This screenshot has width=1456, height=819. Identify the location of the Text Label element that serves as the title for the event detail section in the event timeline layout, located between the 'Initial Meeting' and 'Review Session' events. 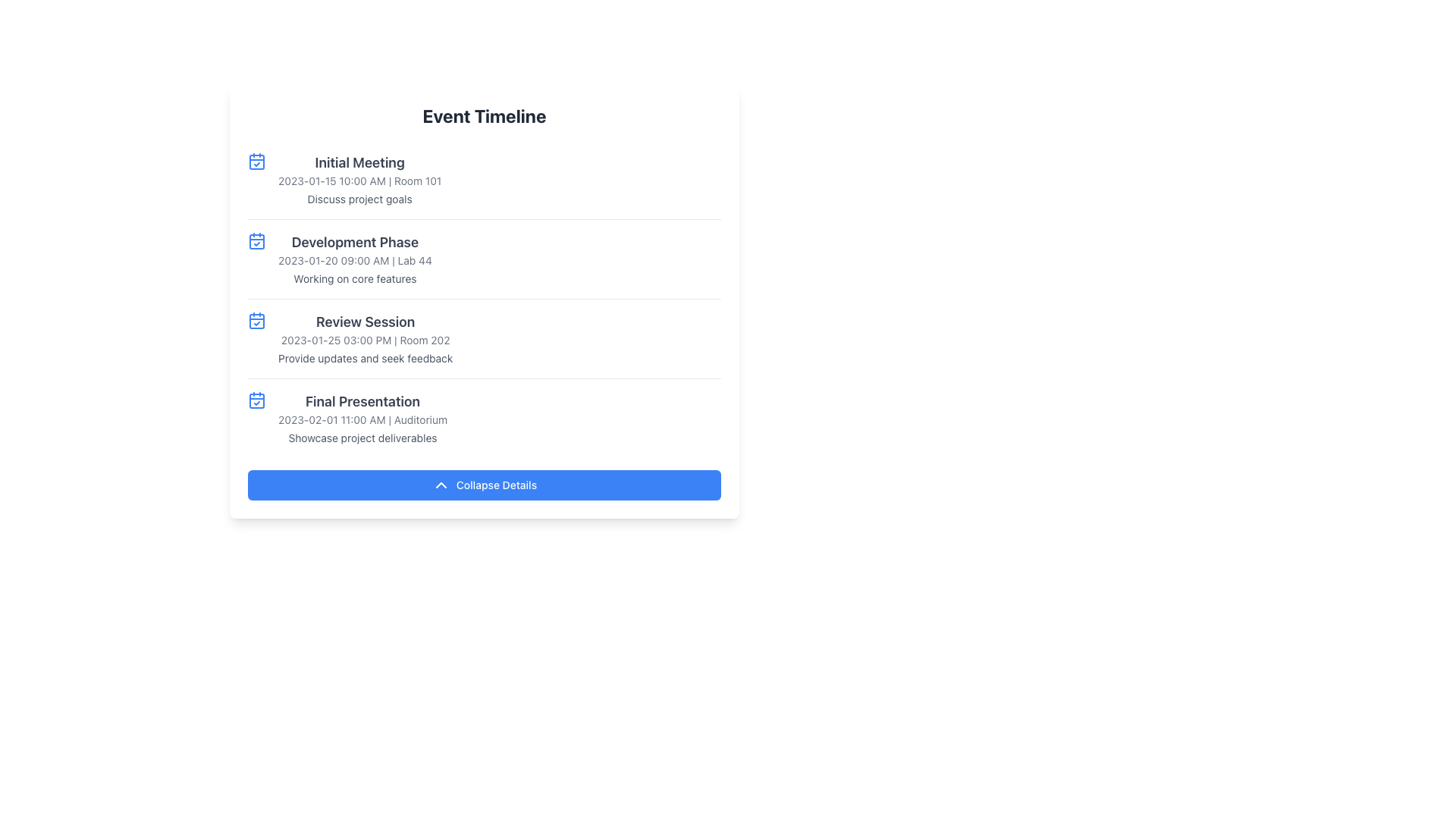
(354, 242).